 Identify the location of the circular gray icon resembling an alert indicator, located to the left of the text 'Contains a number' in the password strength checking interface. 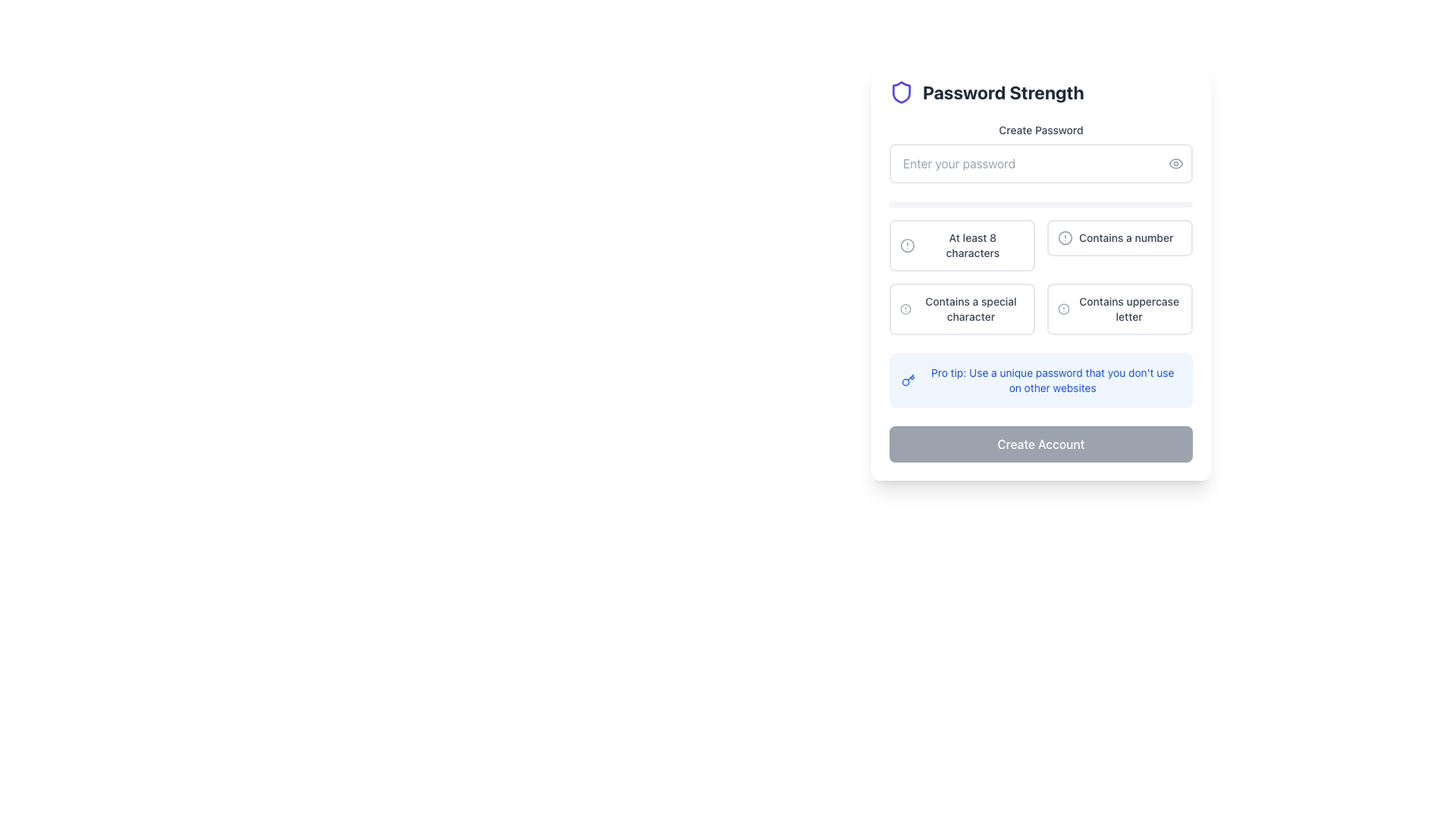
(1065, 237).